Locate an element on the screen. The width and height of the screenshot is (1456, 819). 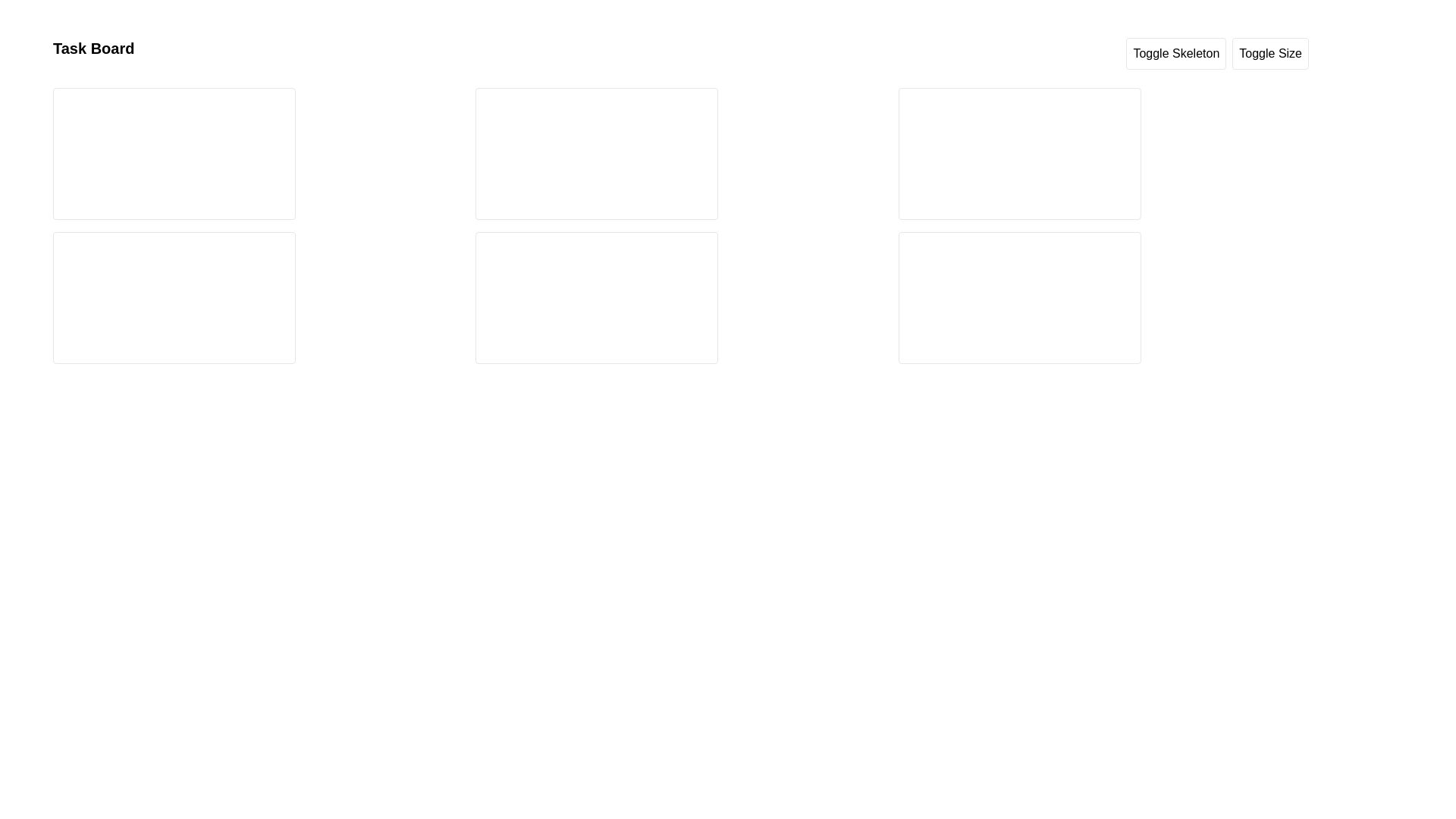
the Loading skeleton placeholder, which is a medium gray horizontal line with a pulsating animation located at the top of a card-like area is located at coordinates (592, 107).